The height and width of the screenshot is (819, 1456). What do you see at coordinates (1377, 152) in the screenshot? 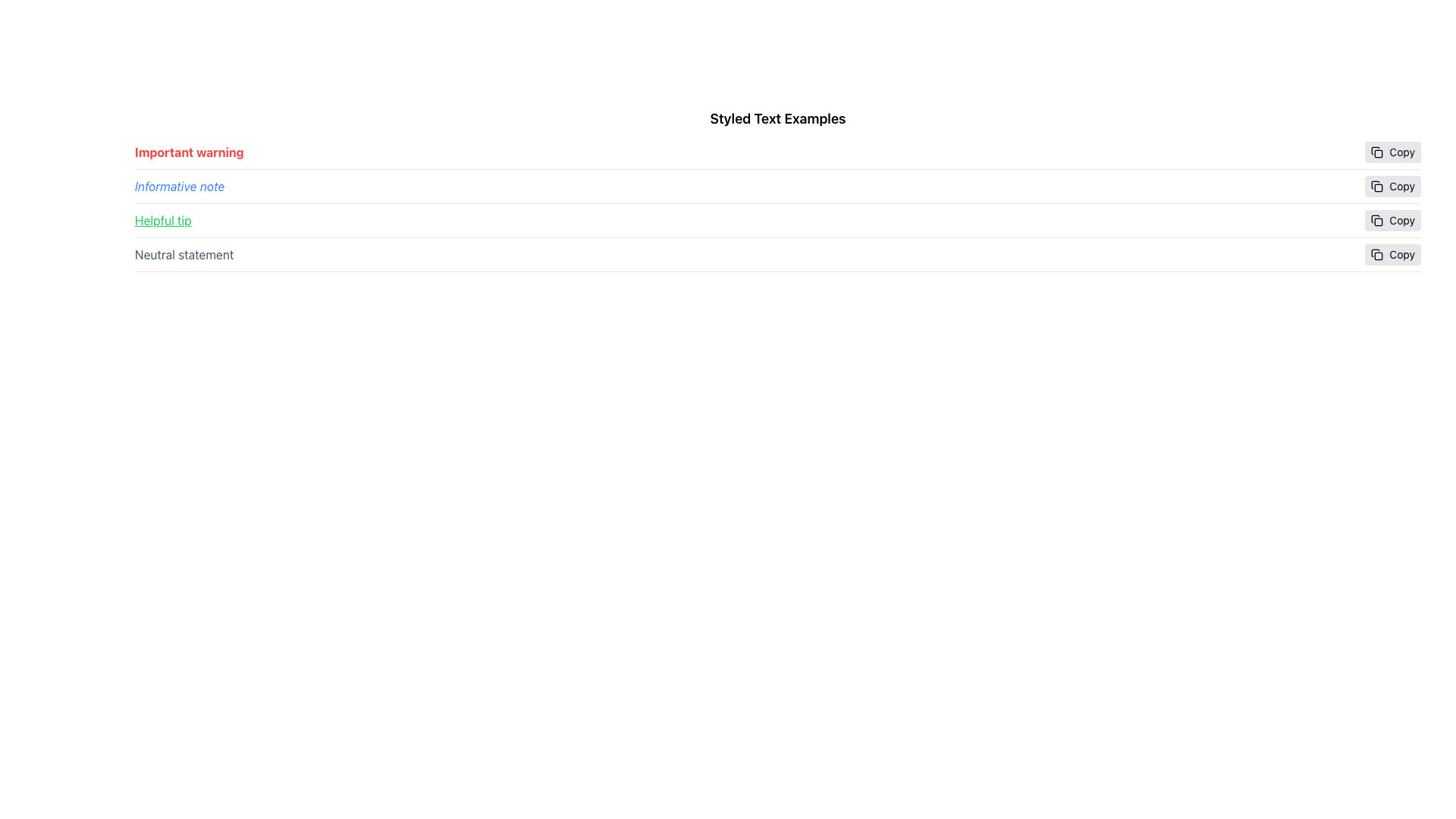
I see `the 'Copy' icon located to the left of the 'Copy' text in the button group, which is positioned to the right of the first row of text labeled 'Important warning'` at bounding box center [1377, 152].